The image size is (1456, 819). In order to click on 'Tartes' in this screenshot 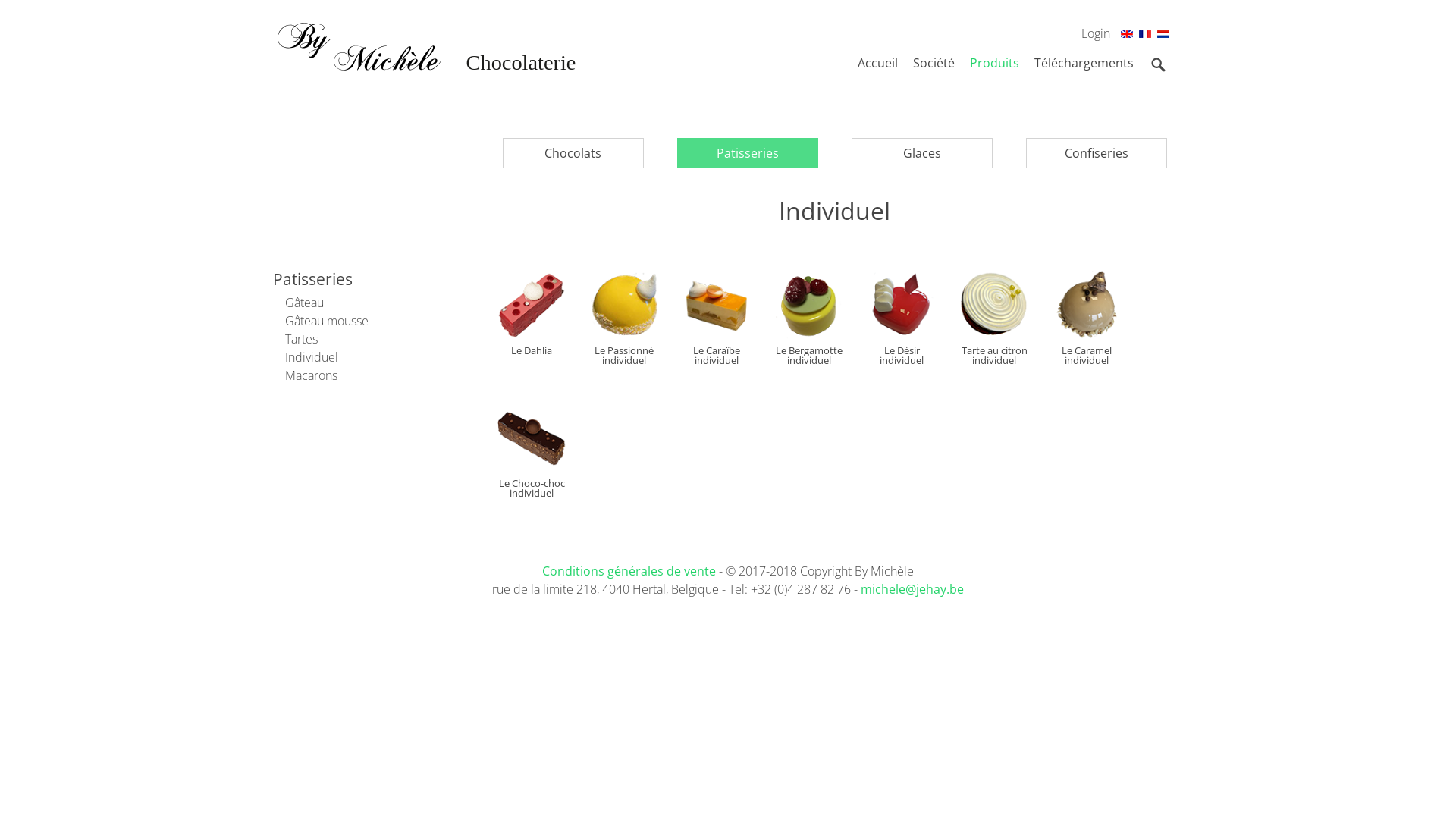, I will do `click(295, 338)`.